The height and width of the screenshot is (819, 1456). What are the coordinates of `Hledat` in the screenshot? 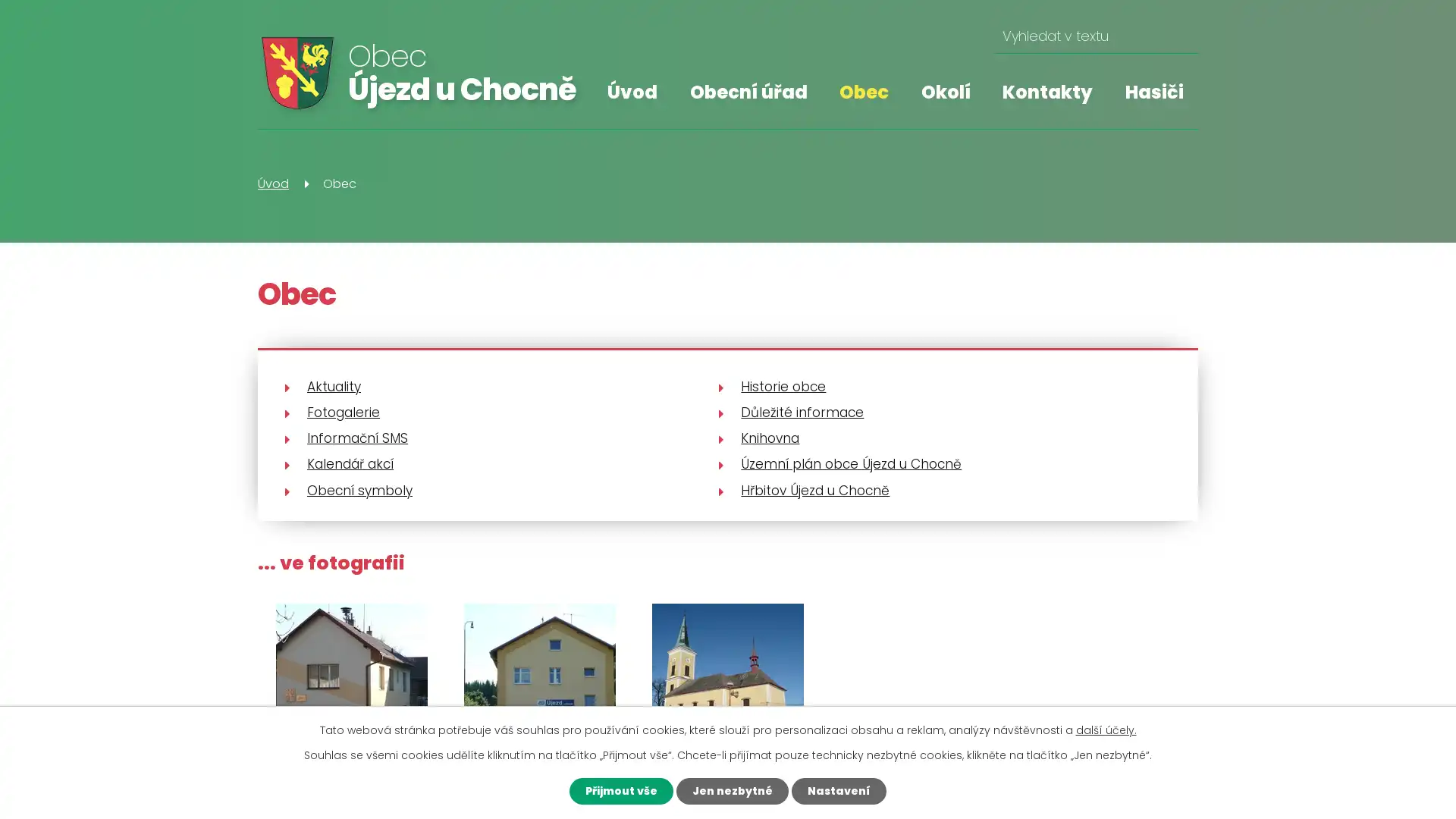 It's located at (1180, 36).